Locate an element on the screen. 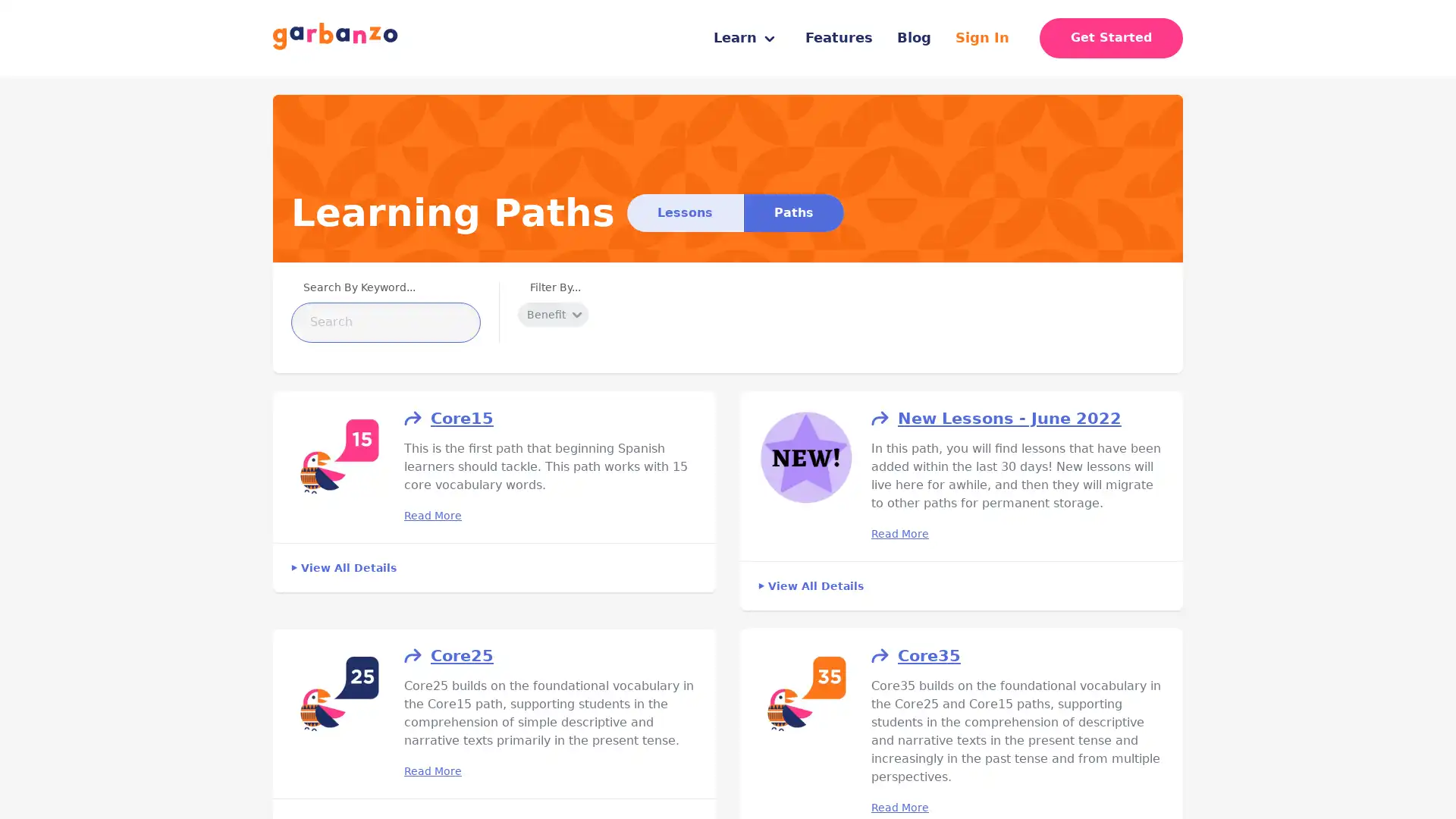 This screenshot has height=819, width=1456. View All Details is located at coordinates (343, 567).